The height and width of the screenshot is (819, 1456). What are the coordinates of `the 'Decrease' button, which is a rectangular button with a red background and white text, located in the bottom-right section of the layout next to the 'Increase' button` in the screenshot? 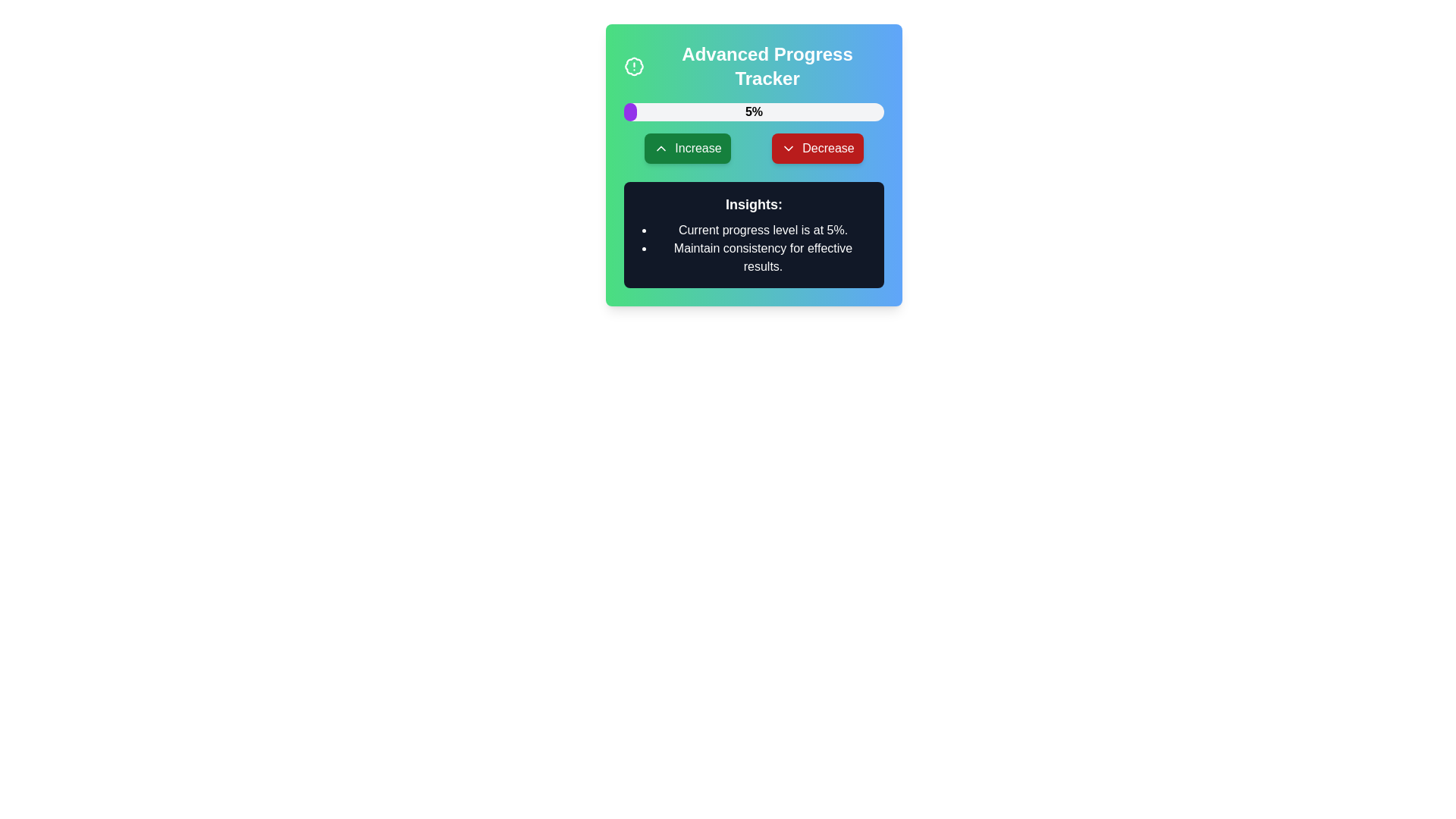 It's located at (817, 149).